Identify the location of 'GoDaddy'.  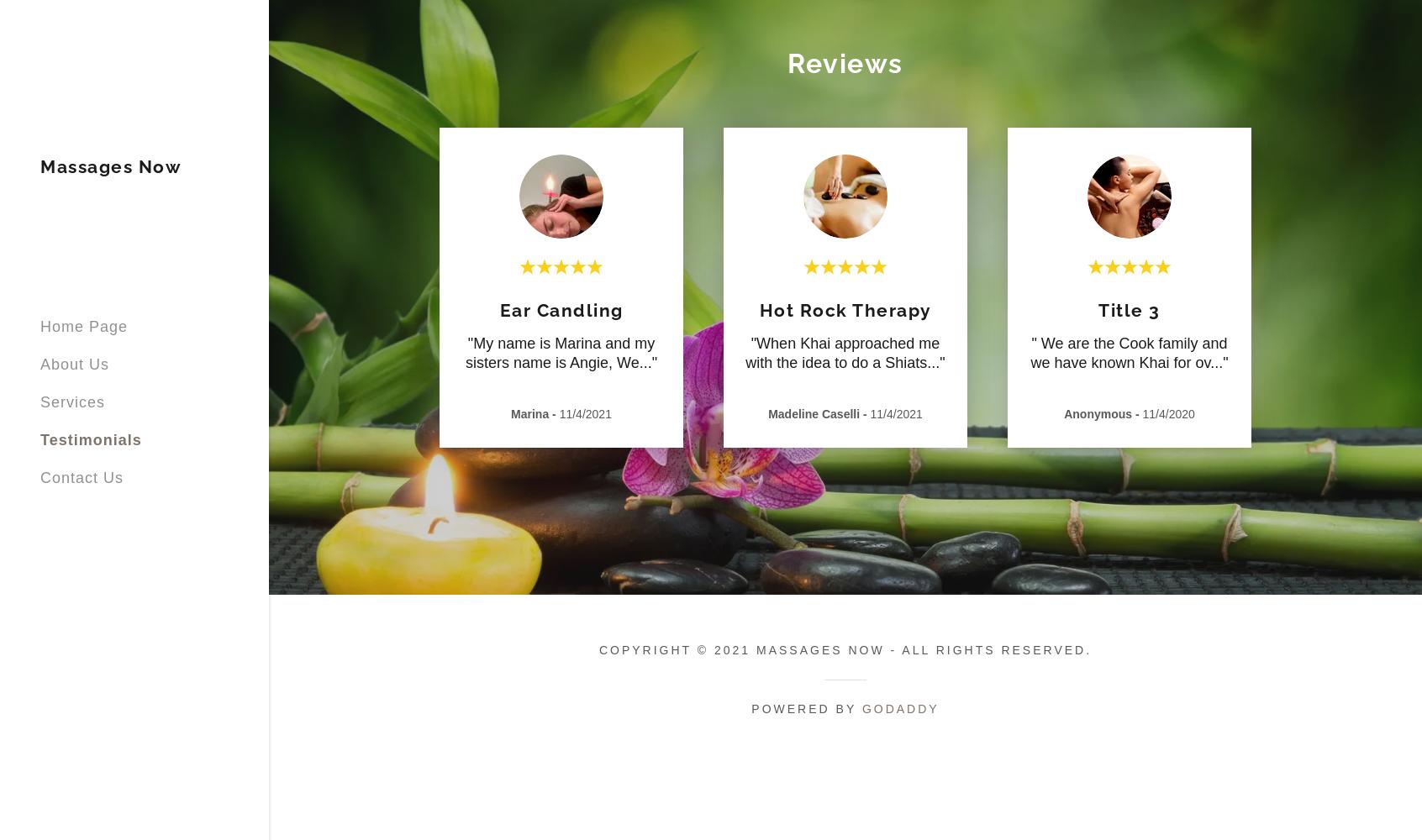
(900, 708).